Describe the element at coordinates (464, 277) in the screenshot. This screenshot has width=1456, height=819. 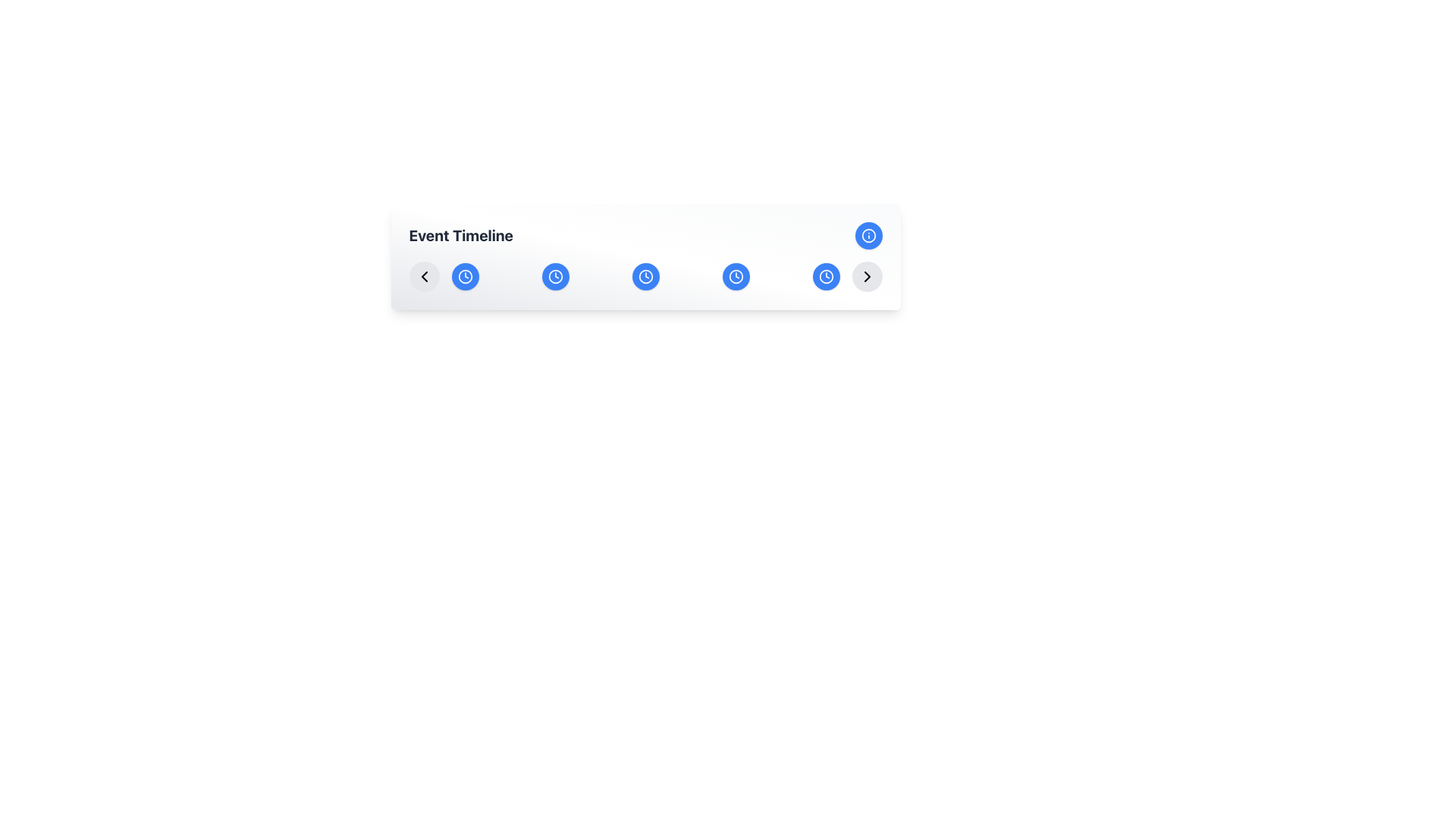
I see `the interactive button representing the timeline entry titled 'Event details for Jan', which is the first button in a series of five positioned to the right of the left navigation arrow in the top-left section of the timeline component` at that location.